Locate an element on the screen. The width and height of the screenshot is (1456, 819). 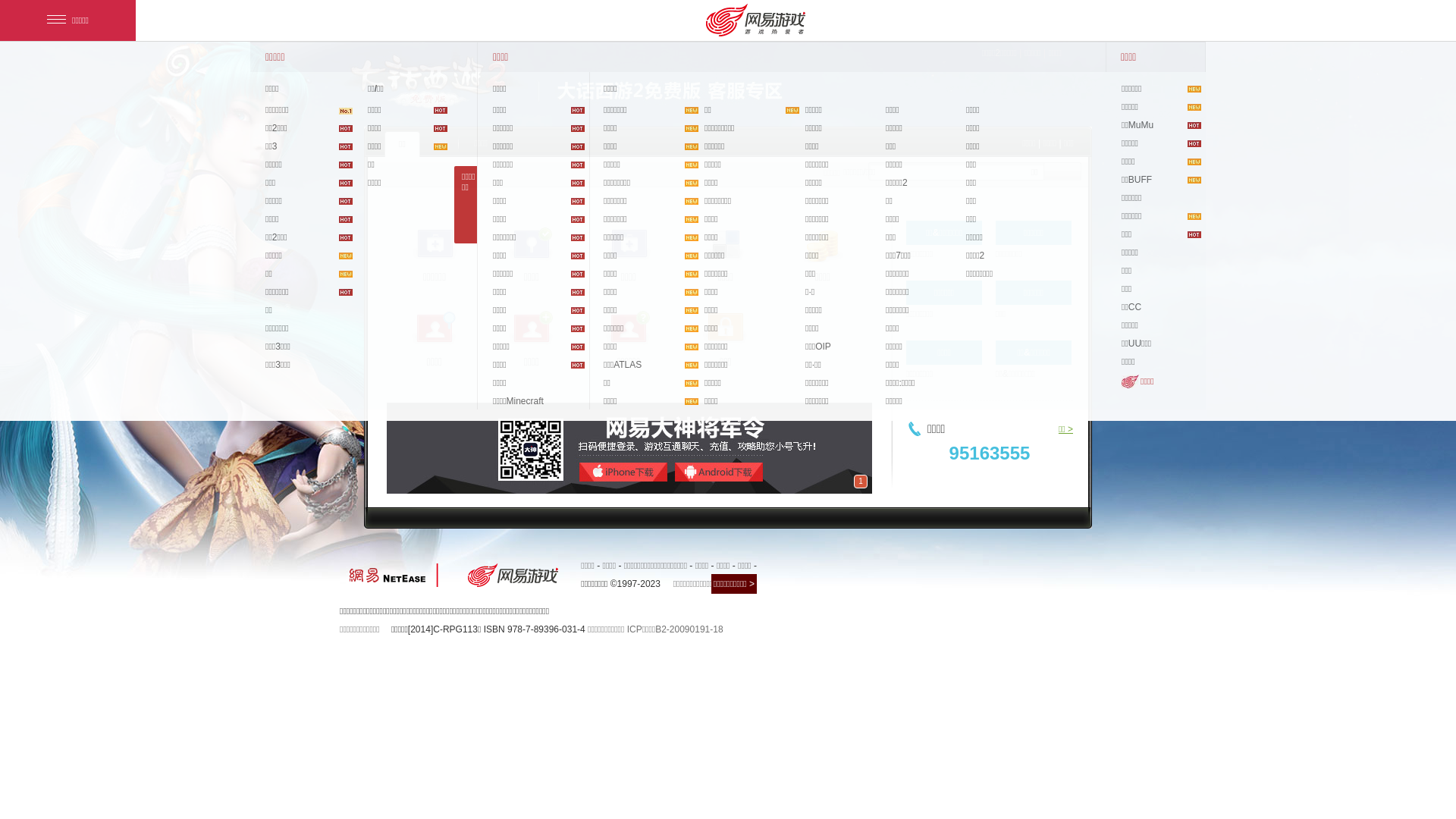
'1' is located at coordinates (854, 482).